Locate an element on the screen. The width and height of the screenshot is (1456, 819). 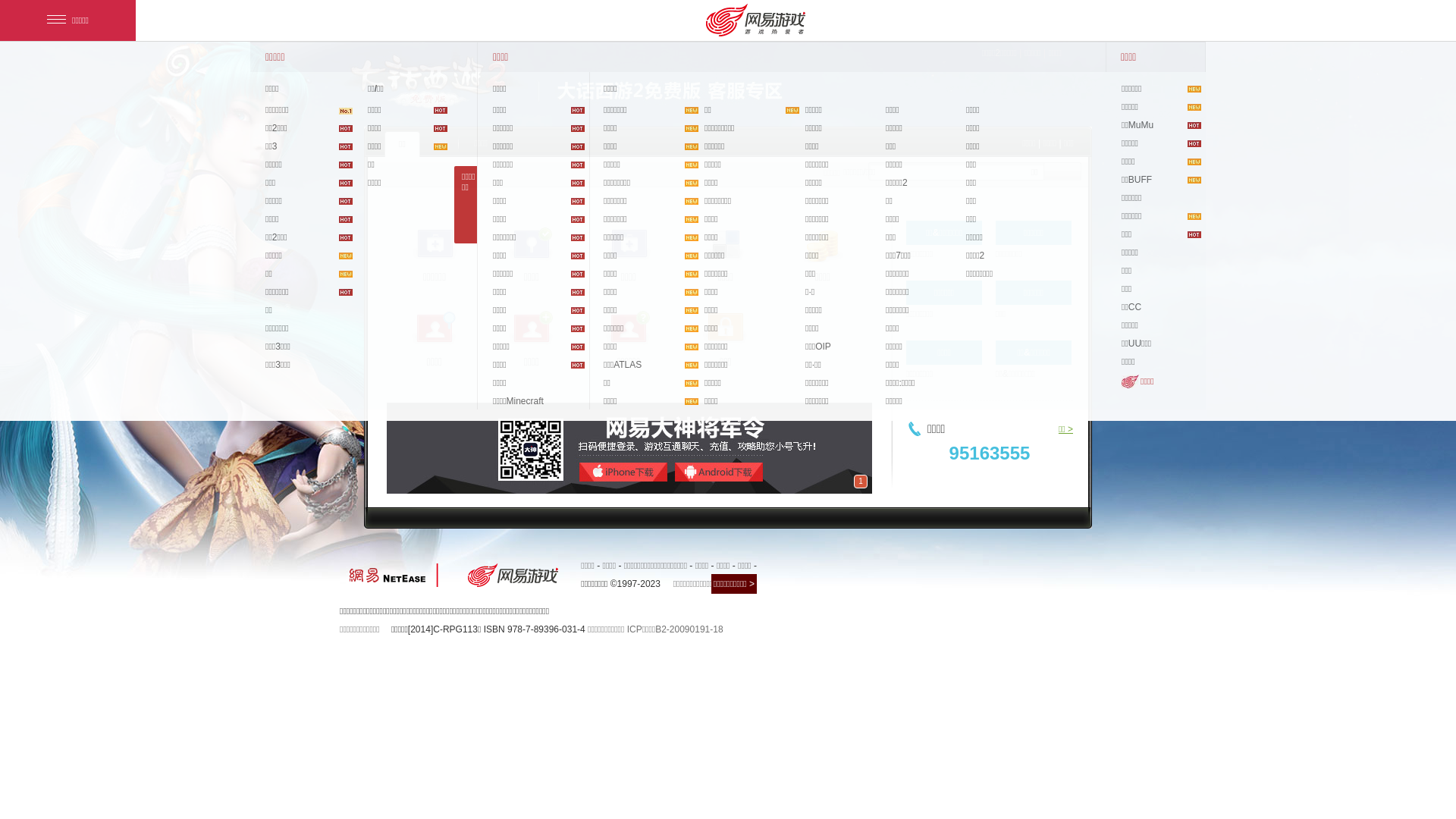
'1' is located at coordinates (854, 482).